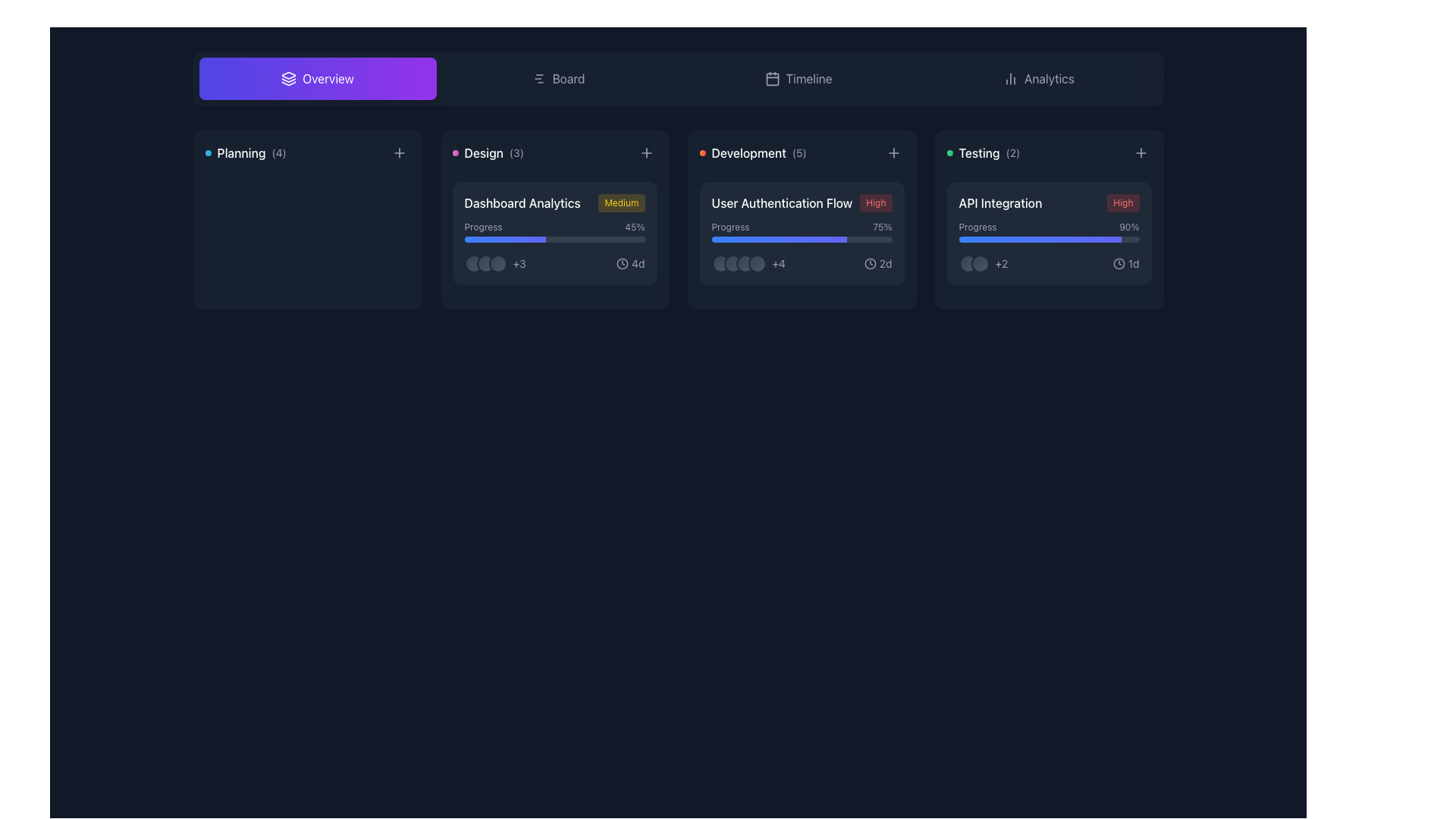  What do you see at coordinates (554, 262) in the screenshot?
I see `icons of the Status indicator located at the bottom of the 'Dashboard Analytics' card under the 'Design' category to gather additional information about user-related activity updates` at bounding box center [554, 262].